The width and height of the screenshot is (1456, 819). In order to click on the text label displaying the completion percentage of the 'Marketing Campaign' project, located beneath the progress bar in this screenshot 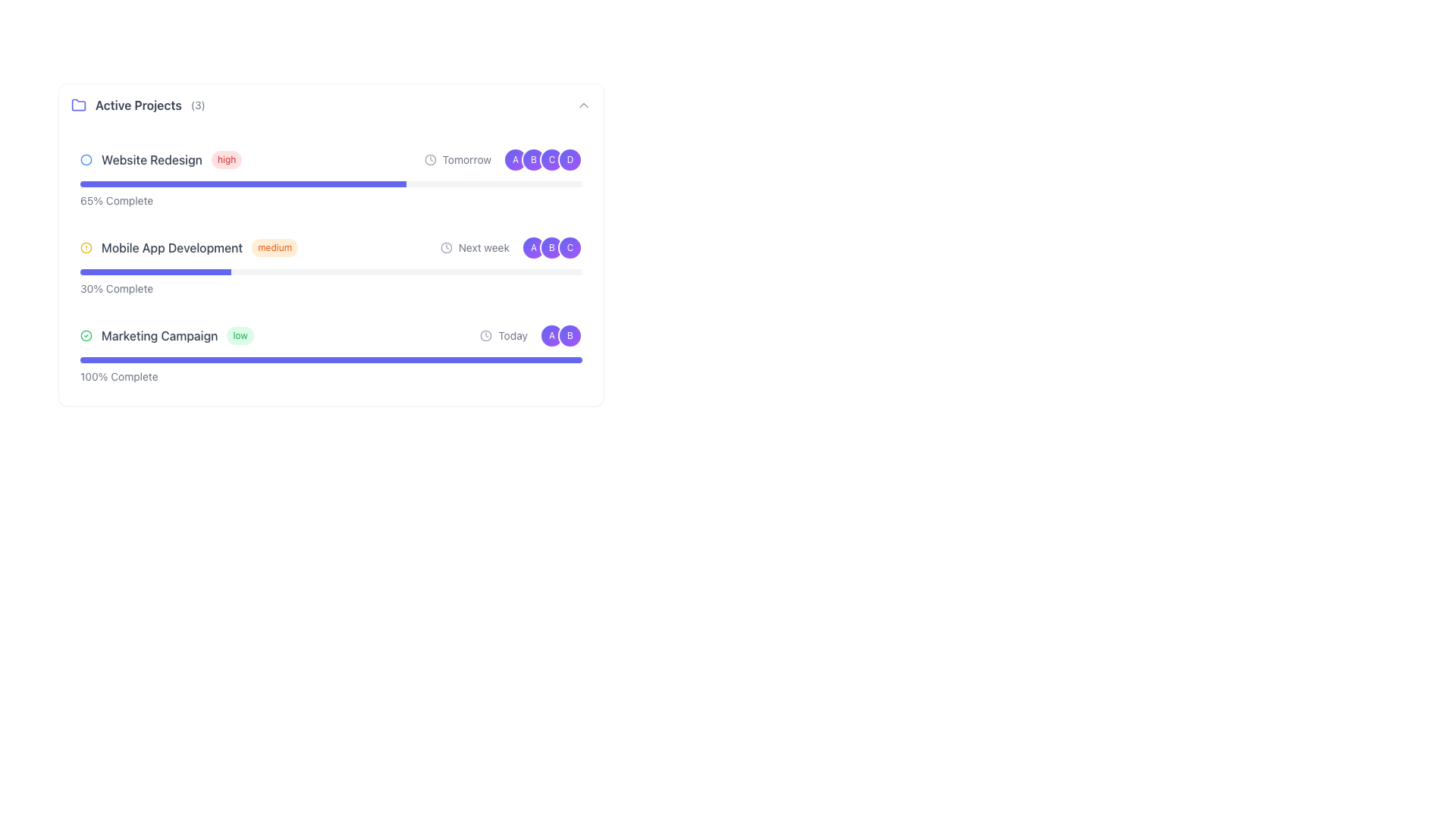, I will do `click(330, 371)`.